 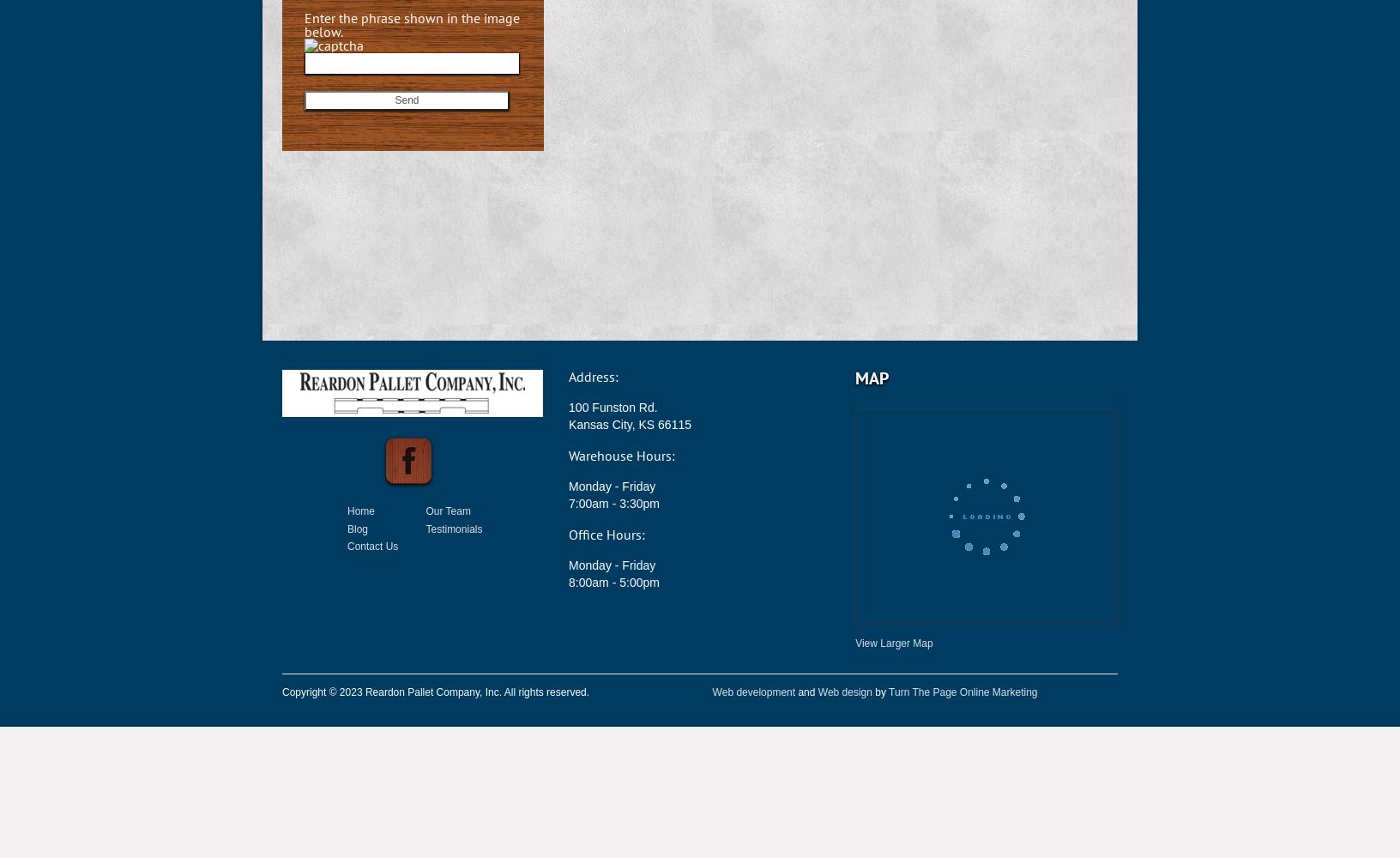 I want to click on 'Contact Us', so click(x=371, y=547).